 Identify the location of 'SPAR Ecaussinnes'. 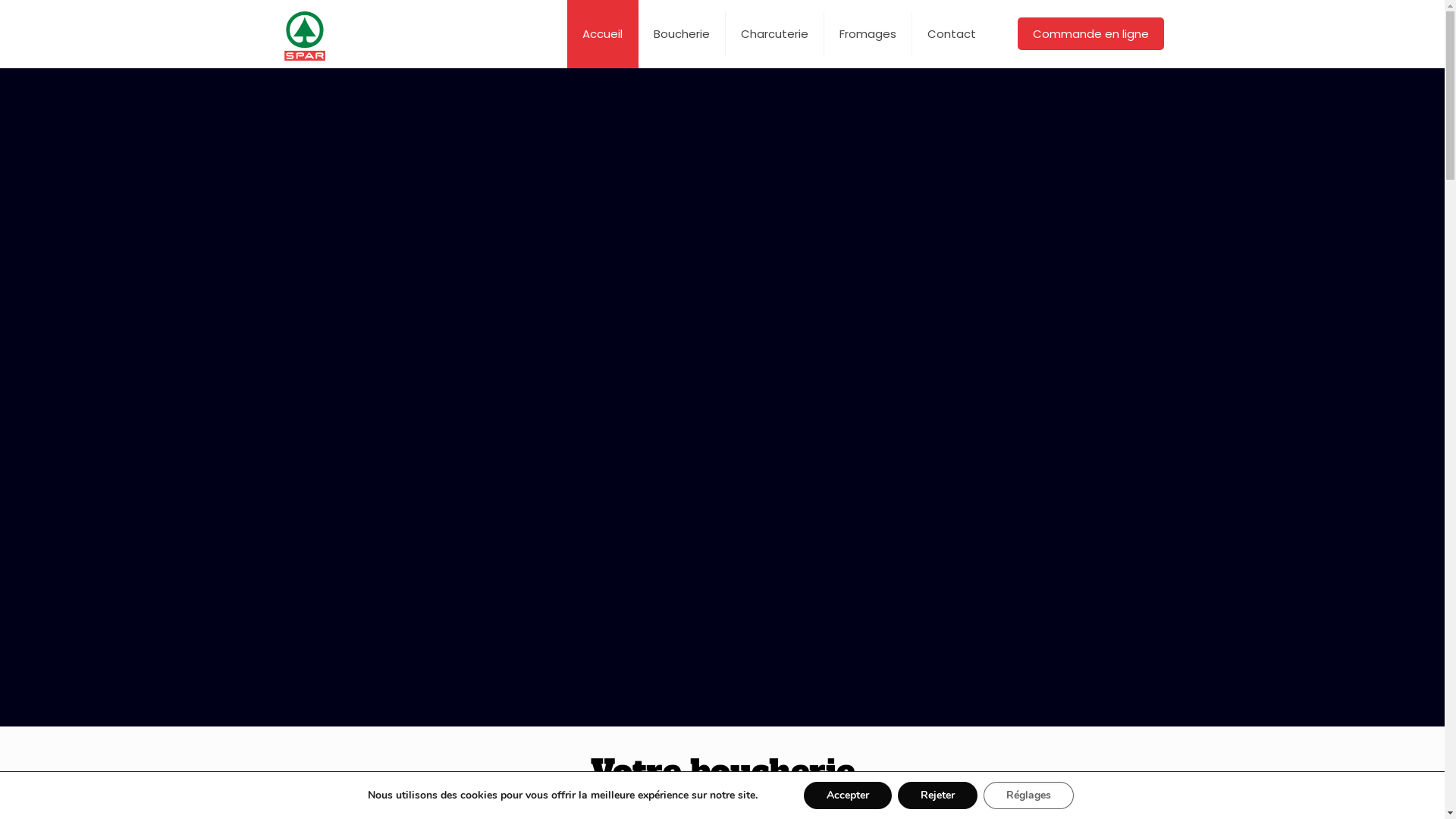
(304, 34).